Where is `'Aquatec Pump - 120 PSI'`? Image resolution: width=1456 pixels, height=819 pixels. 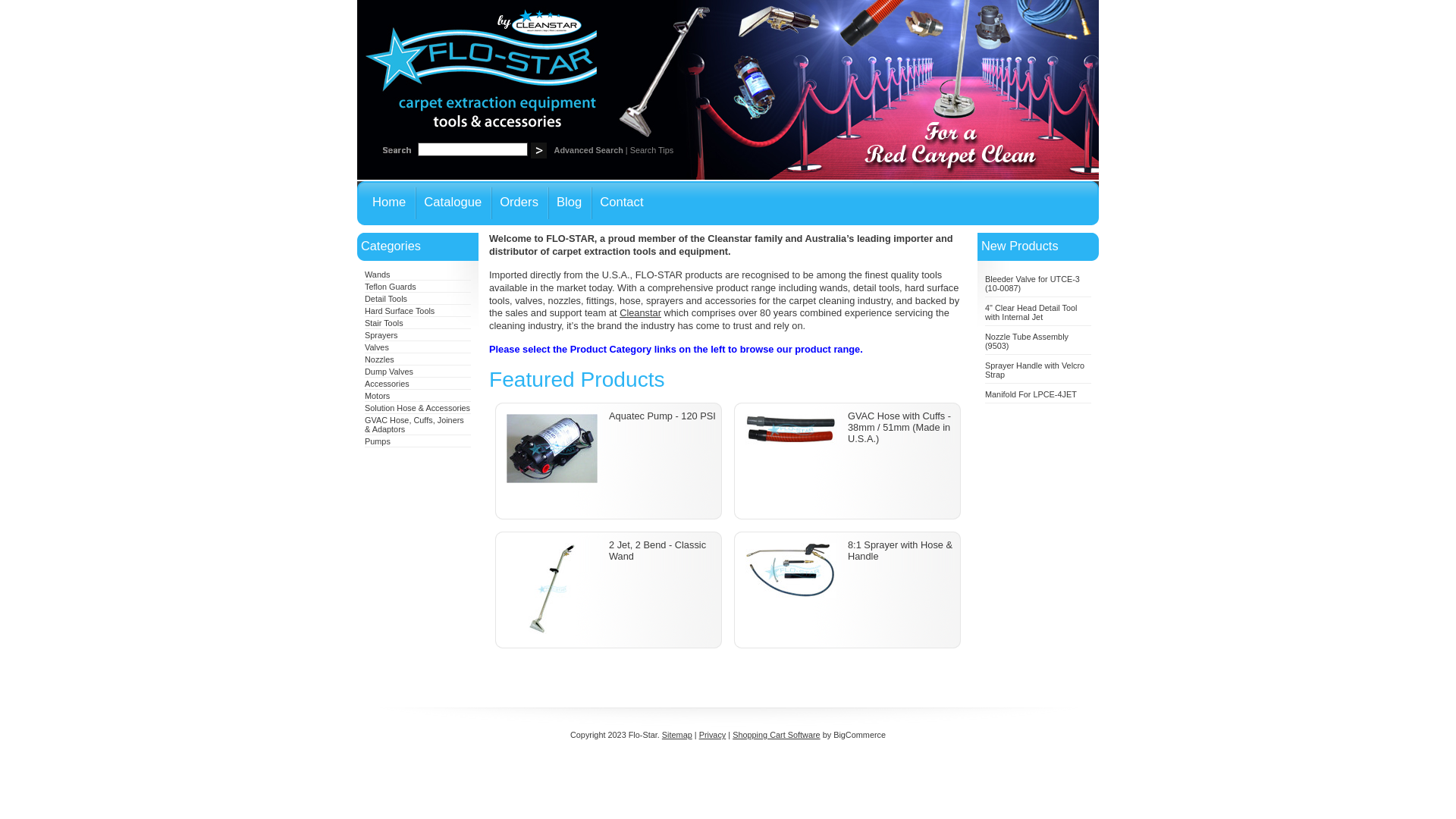
'Aquatec Pump - 120 PSI' is located at coordinates (608, 416).